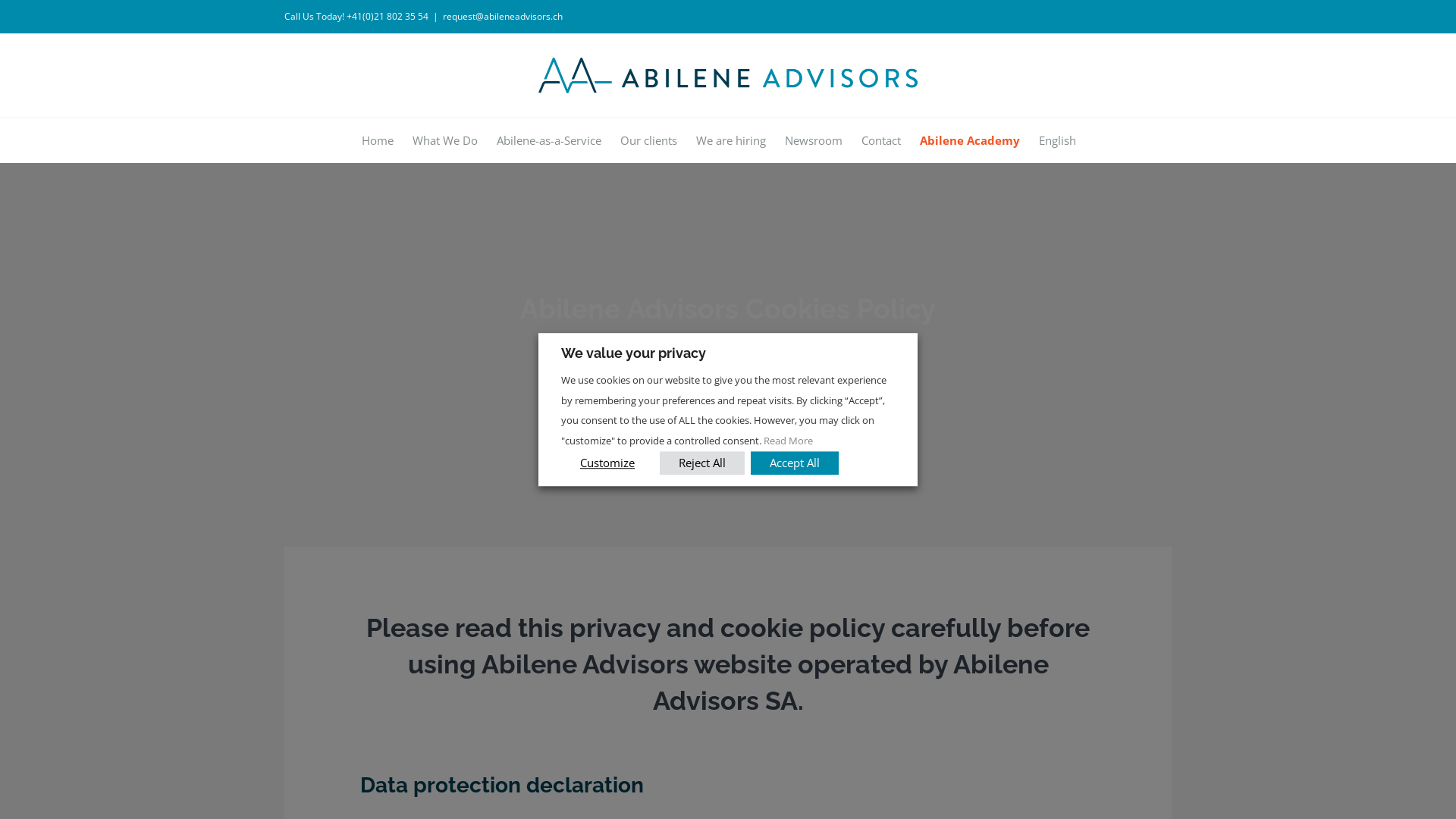 This screenshot has height=819, width=1456. I want to click on 'Our clients', so click(648, 139).